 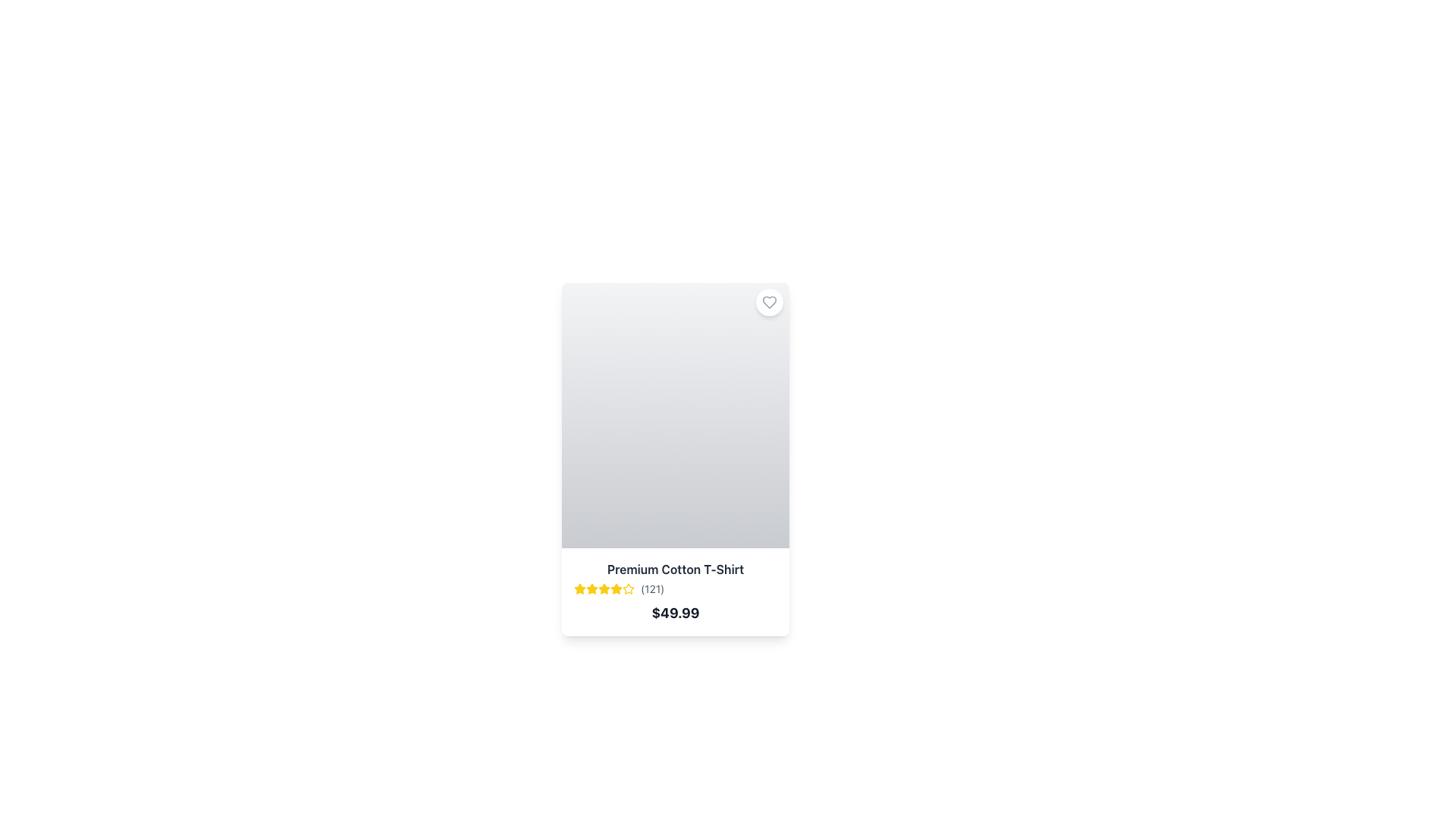 What do you see at coordinates (769, 302) in the screenshot?
I see `the small circular icon with a heart-shaped outline located at the top-right corner of the product display card` at bounding box center [769, 302].